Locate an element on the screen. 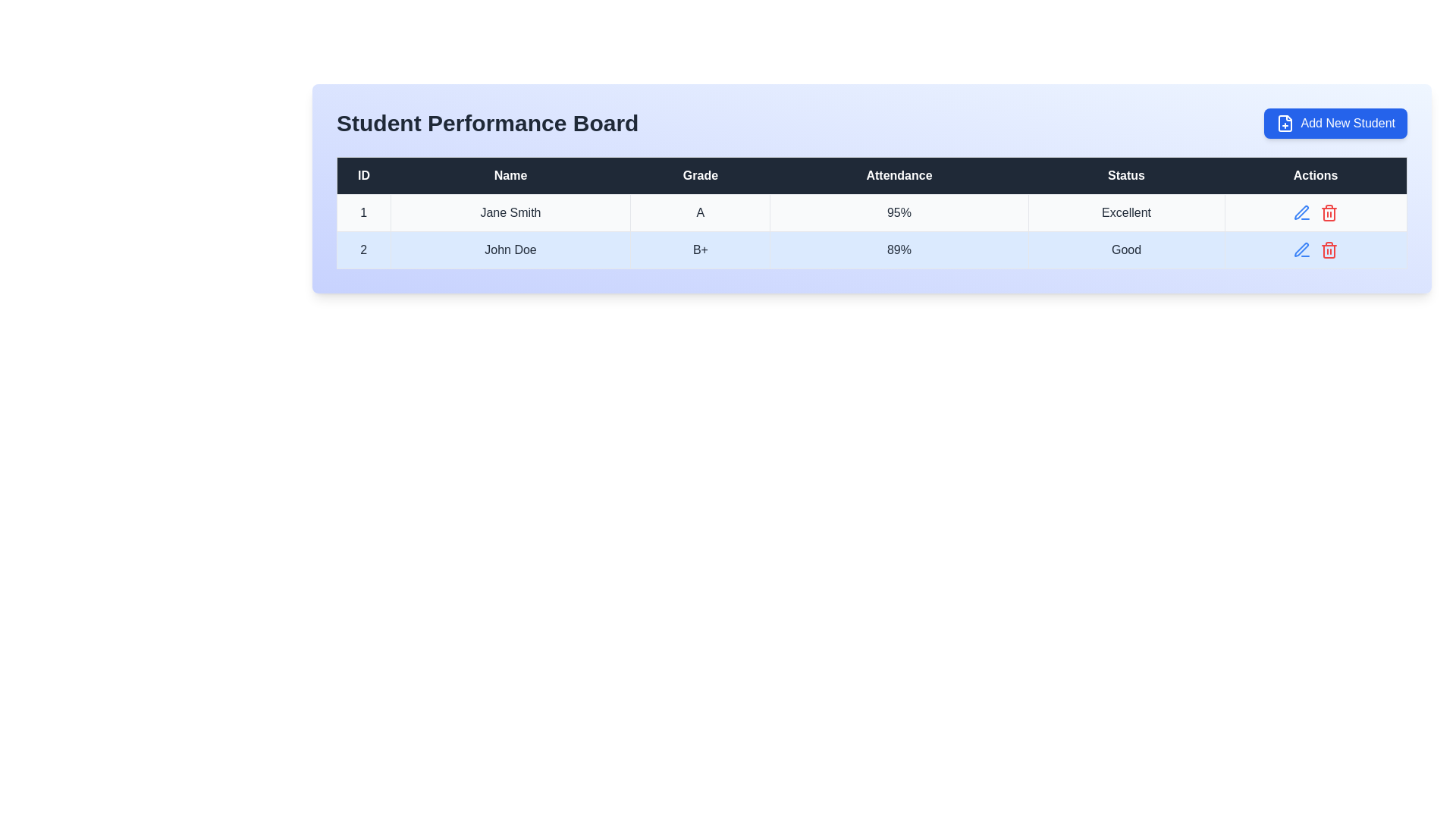  the Attendance header label in the table that indicates attendance percentages for each row is located at coordinates (899, 174).